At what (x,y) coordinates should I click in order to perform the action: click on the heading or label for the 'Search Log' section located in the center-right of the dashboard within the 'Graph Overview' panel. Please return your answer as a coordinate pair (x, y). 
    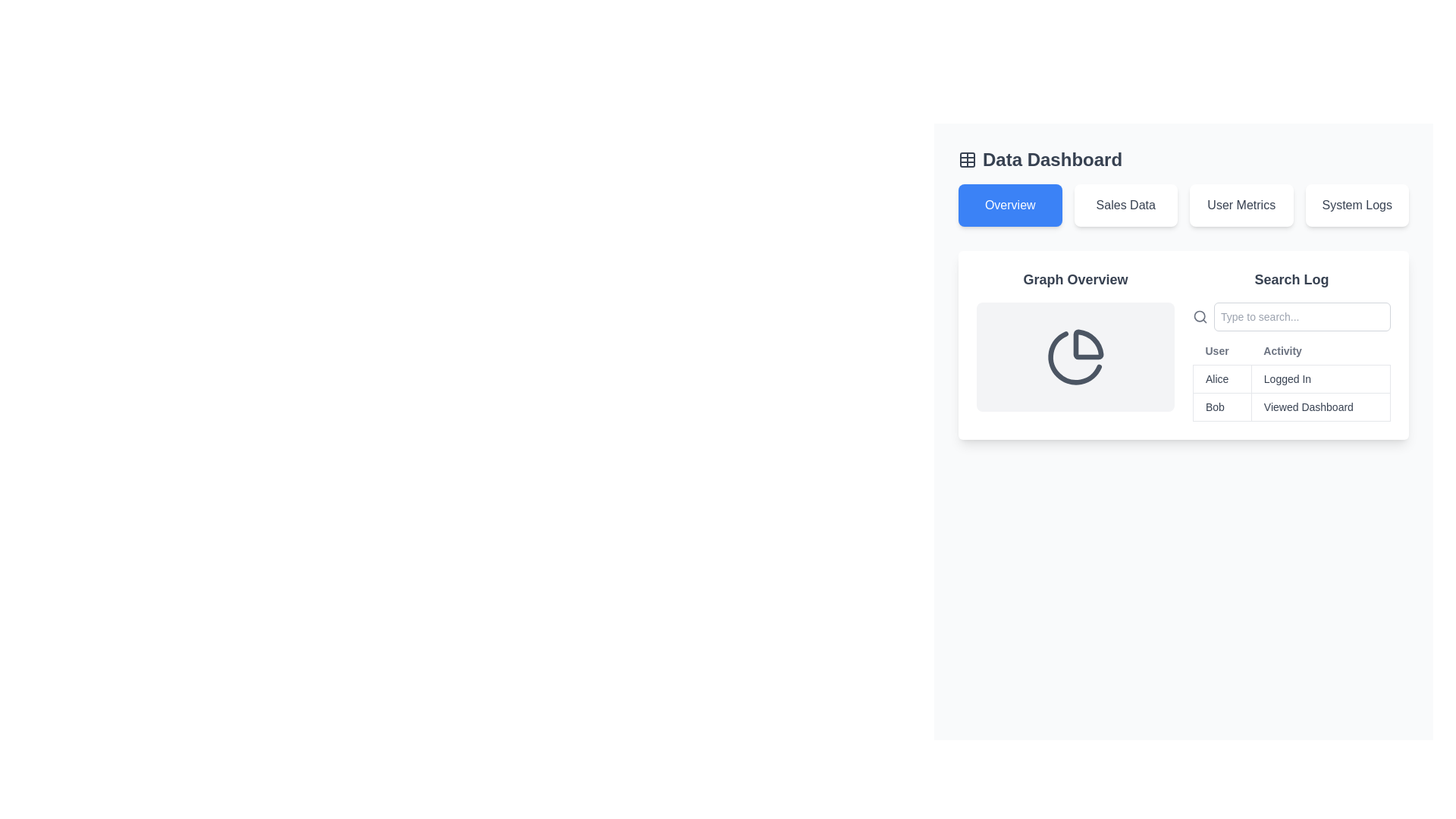
    Looking at the image, I should click on (1291, 280).